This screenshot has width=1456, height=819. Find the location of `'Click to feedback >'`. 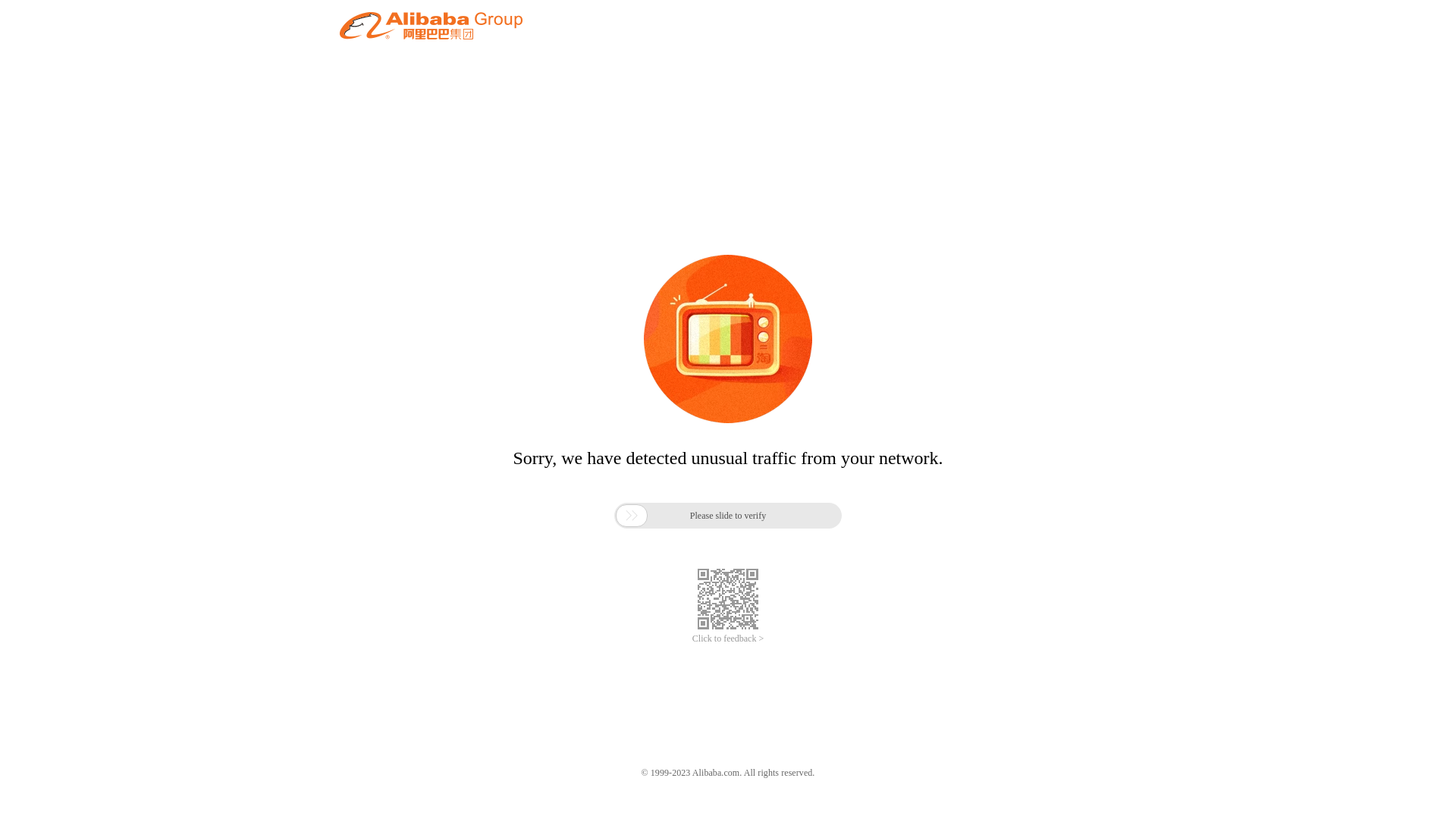

'Click to feedback >' is located at coordinates (691, 639).